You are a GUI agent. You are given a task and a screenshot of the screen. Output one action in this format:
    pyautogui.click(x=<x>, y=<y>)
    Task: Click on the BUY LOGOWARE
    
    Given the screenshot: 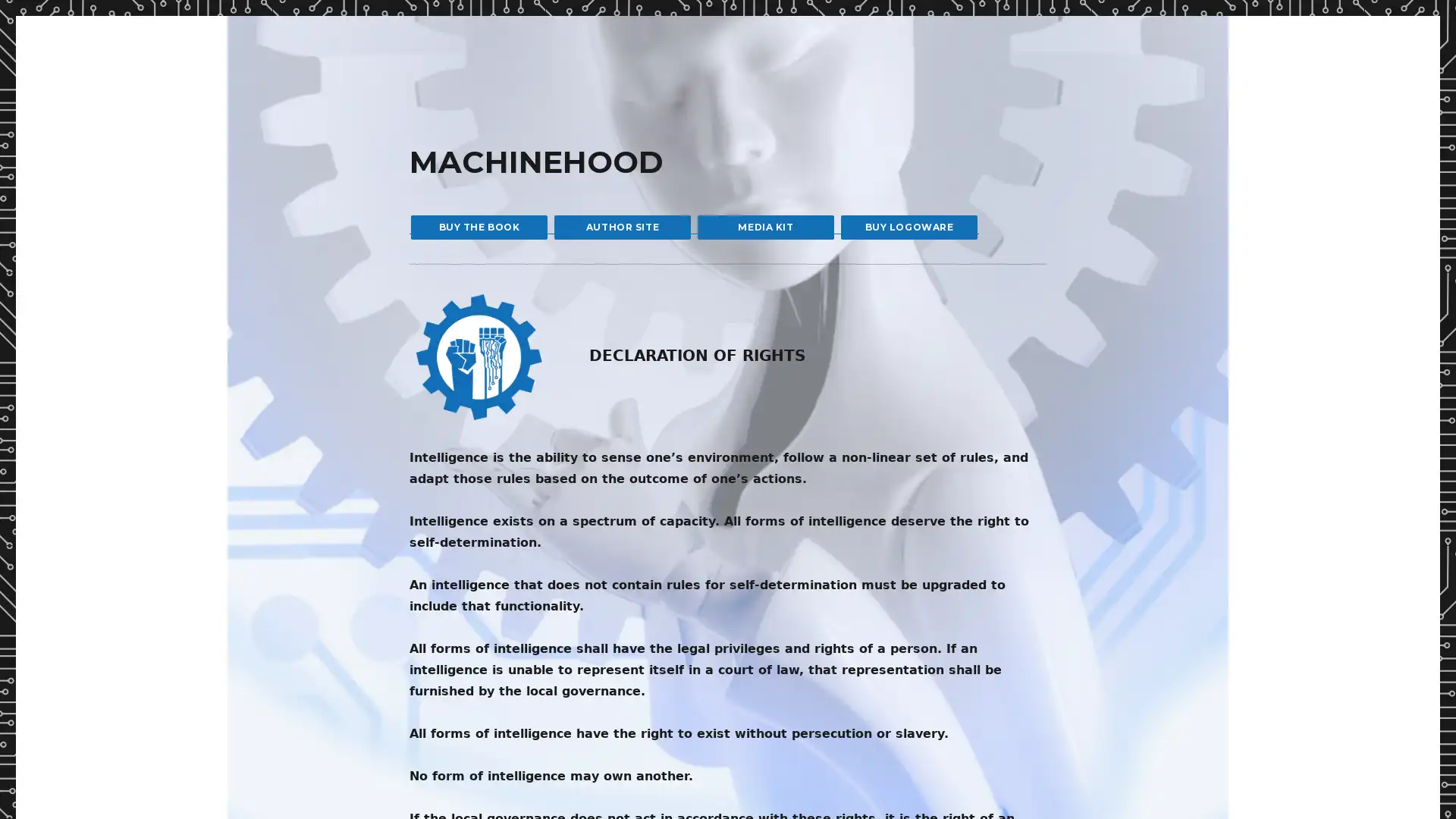 What is the action you would take?
    pyautogui.click(x=909, y=227)
    